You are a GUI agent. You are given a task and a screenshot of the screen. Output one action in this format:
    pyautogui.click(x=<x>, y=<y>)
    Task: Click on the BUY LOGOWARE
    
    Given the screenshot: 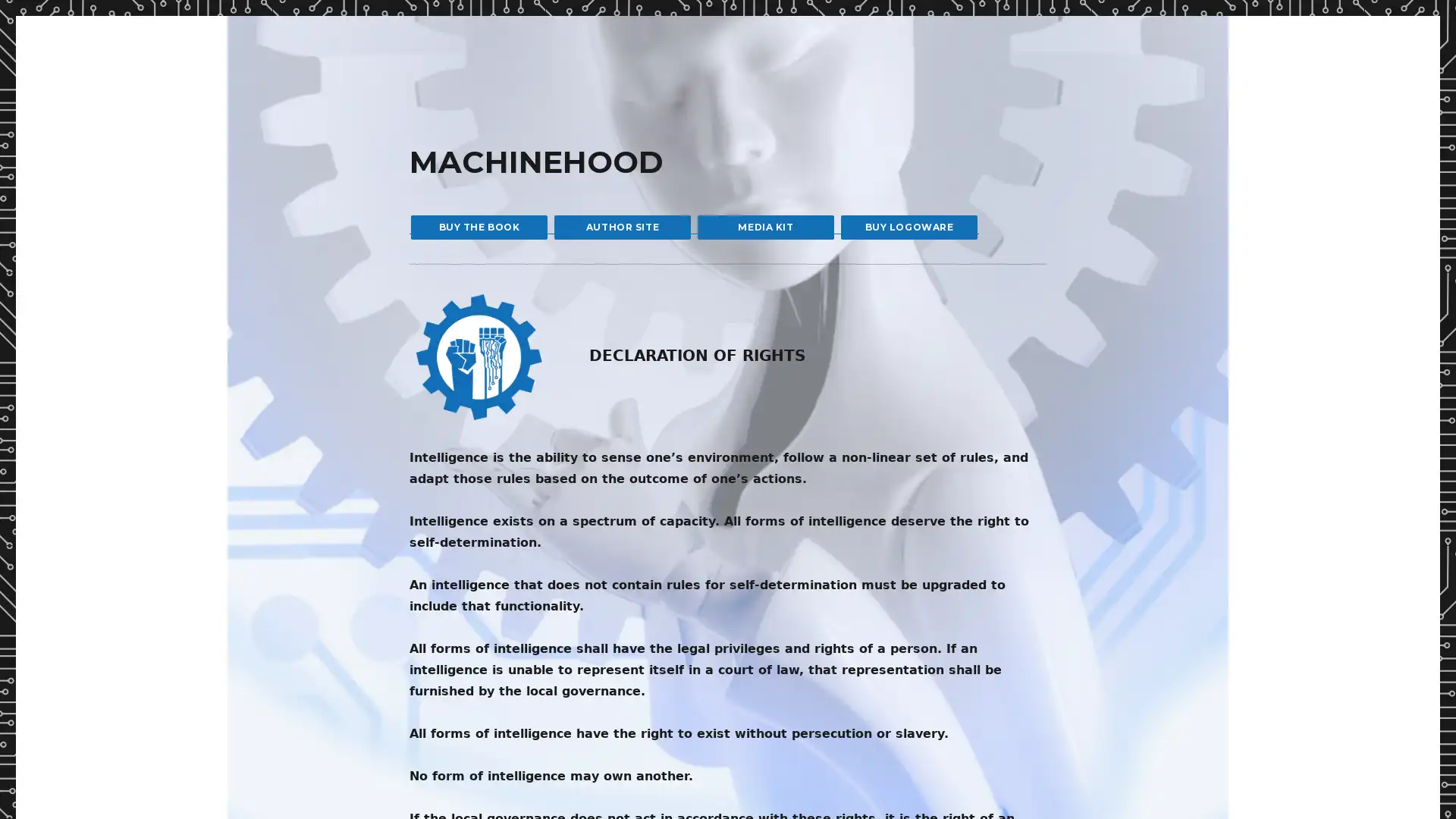 What is the action you would take?
    pyautogui.click(x=909, y=227)
    